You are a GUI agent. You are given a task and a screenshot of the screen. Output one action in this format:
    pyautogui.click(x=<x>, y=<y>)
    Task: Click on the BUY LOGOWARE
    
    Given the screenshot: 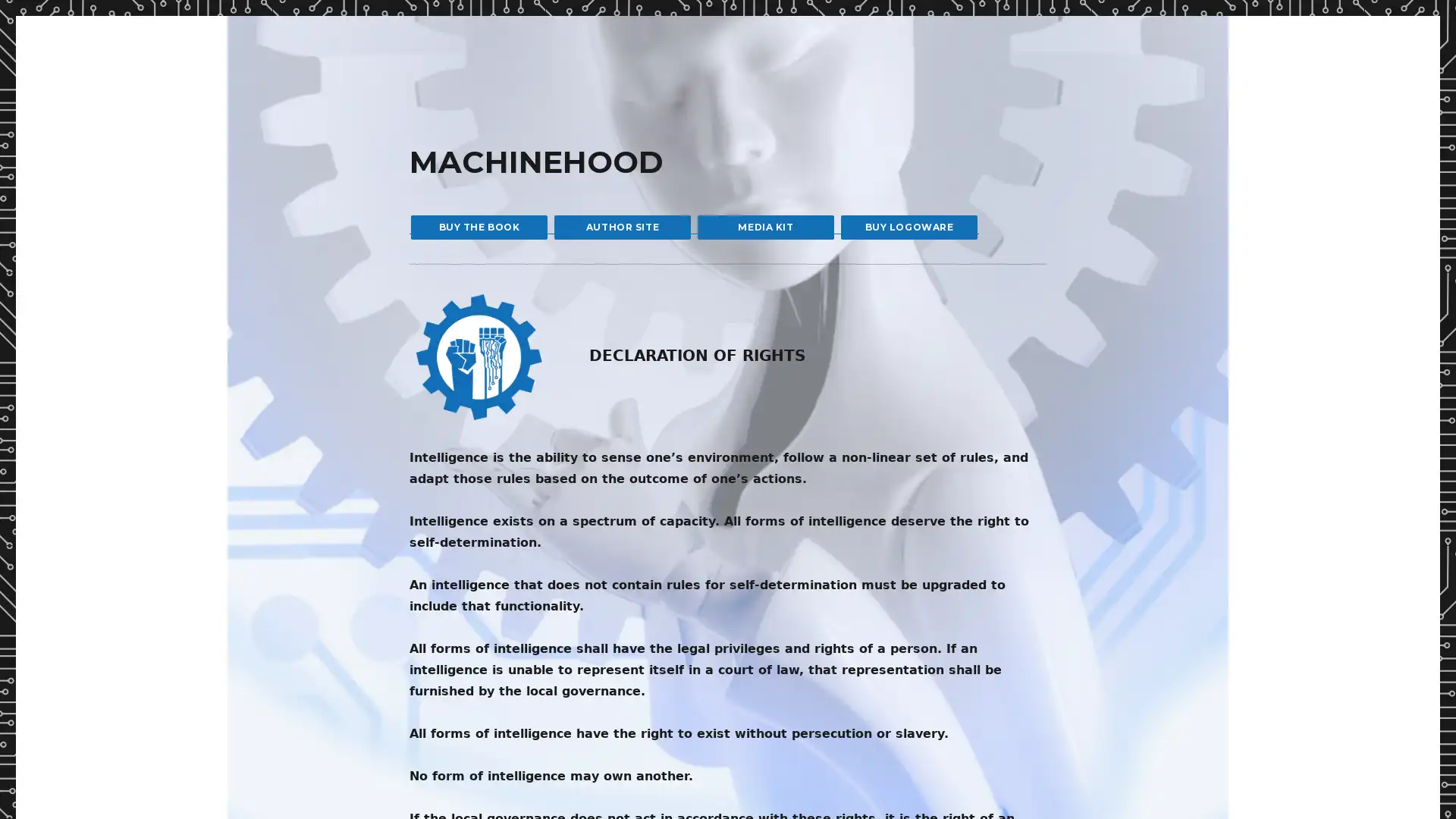 What is the action you would take?
    pyautogui.click(x=909, y=227)
    